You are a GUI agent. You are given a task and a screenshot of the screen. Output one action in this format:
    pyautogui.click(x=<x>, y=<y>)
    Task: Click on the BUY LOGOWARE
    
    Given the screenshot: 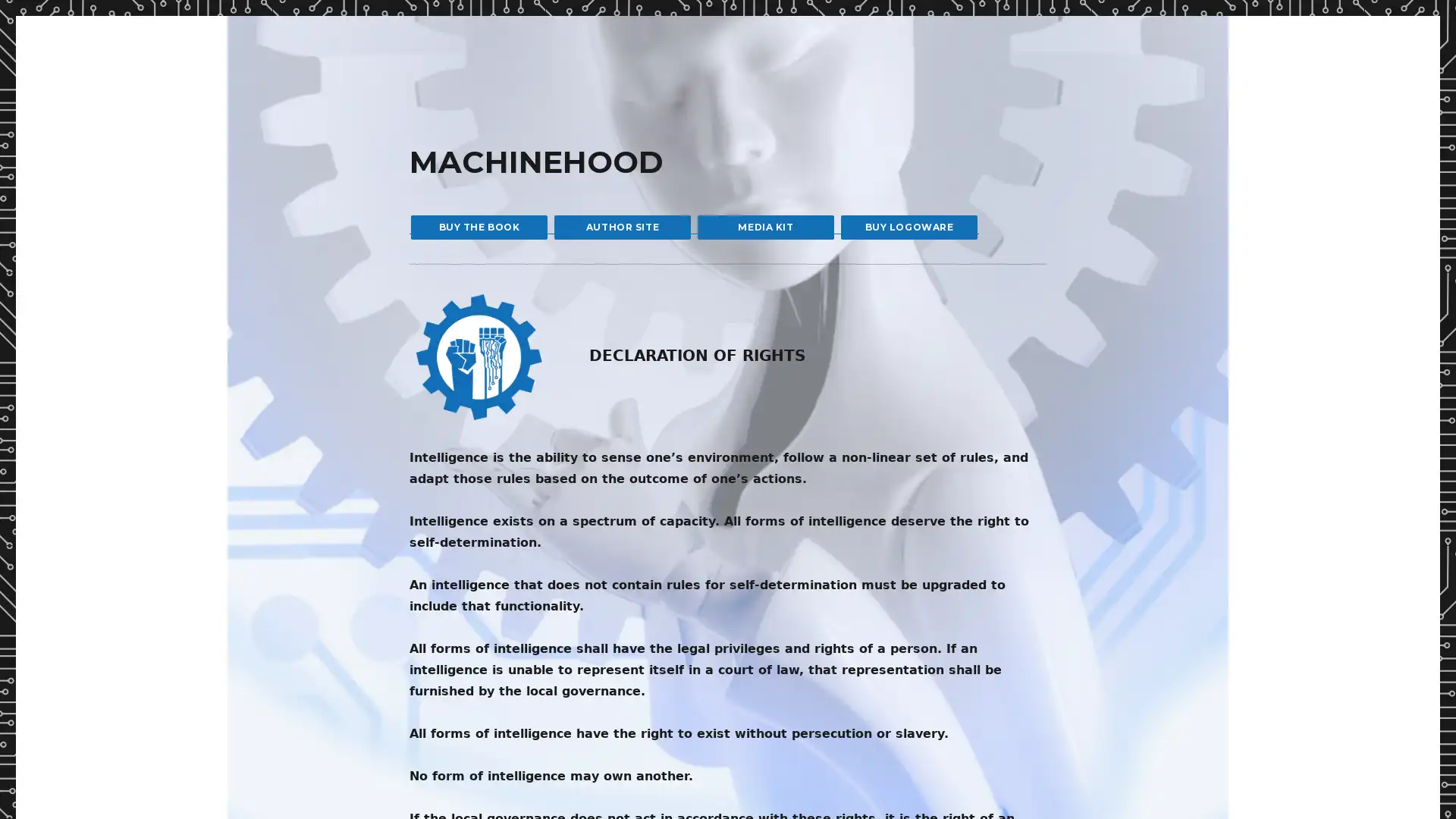 What is the action you would take?
    pyautogui.click(x=909, y=227)
    